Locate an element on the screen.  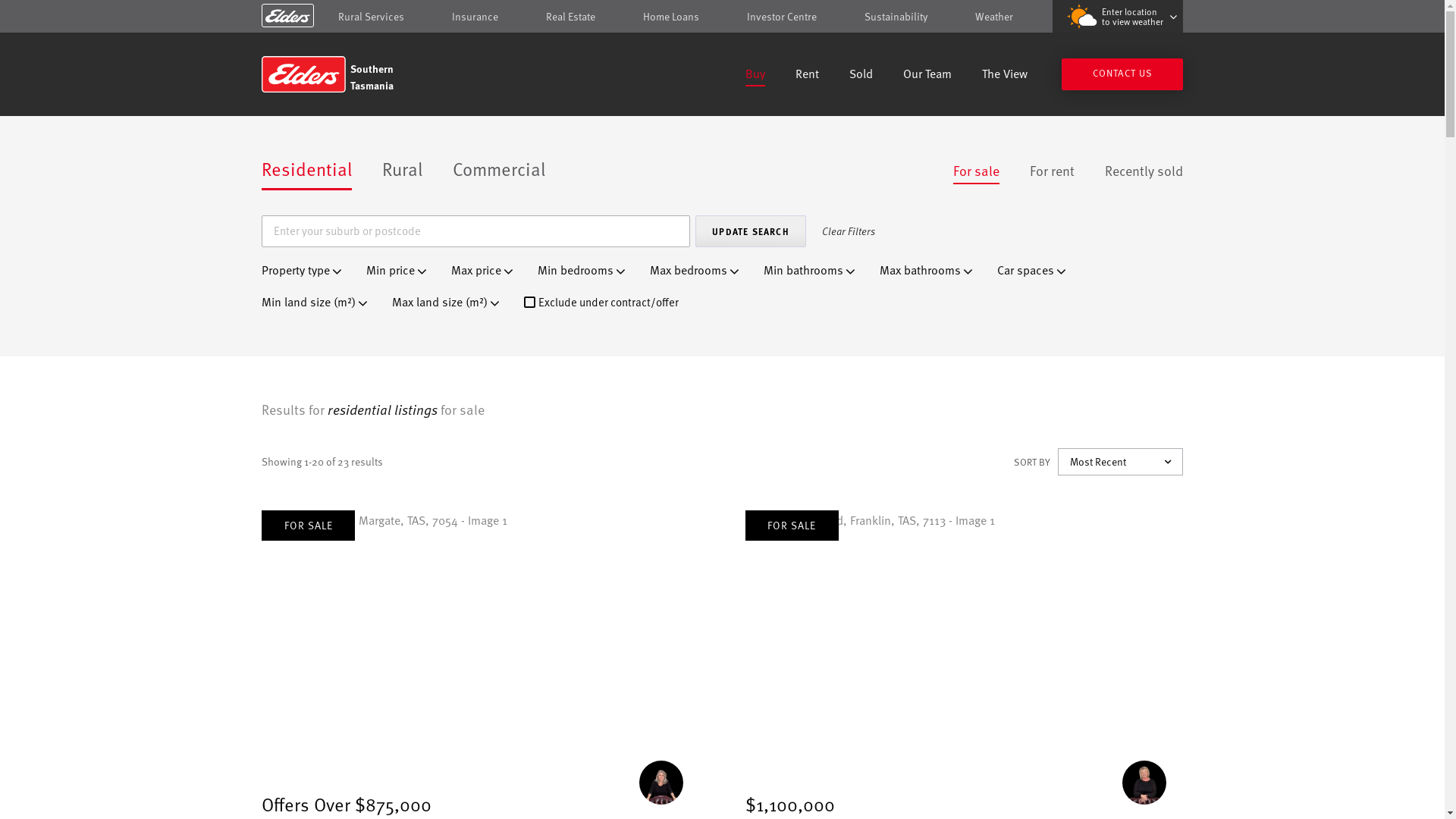
'Insurance' is located at coordinates (474, 16).